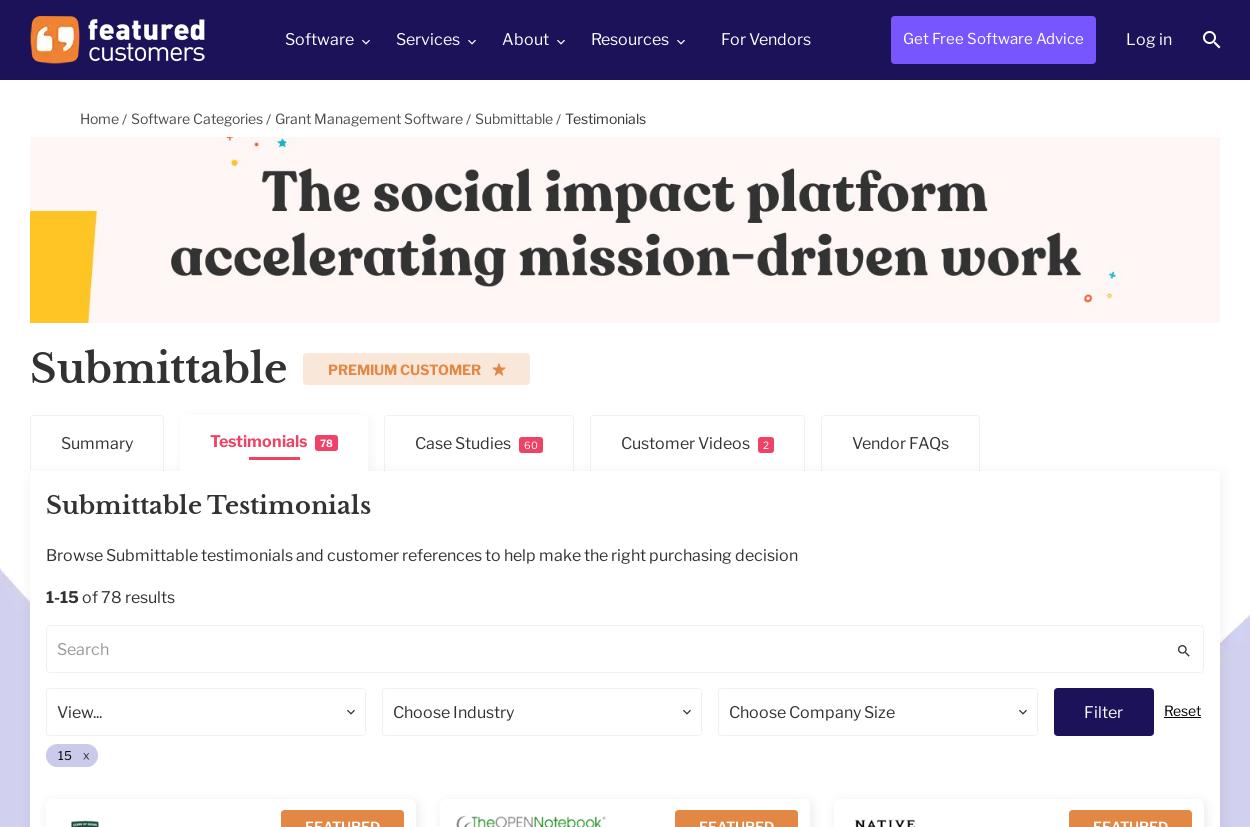  What do you see at coordinates (96, 442) in the screenshot?
I see `'Summary'` at bounding box center [96, 442].